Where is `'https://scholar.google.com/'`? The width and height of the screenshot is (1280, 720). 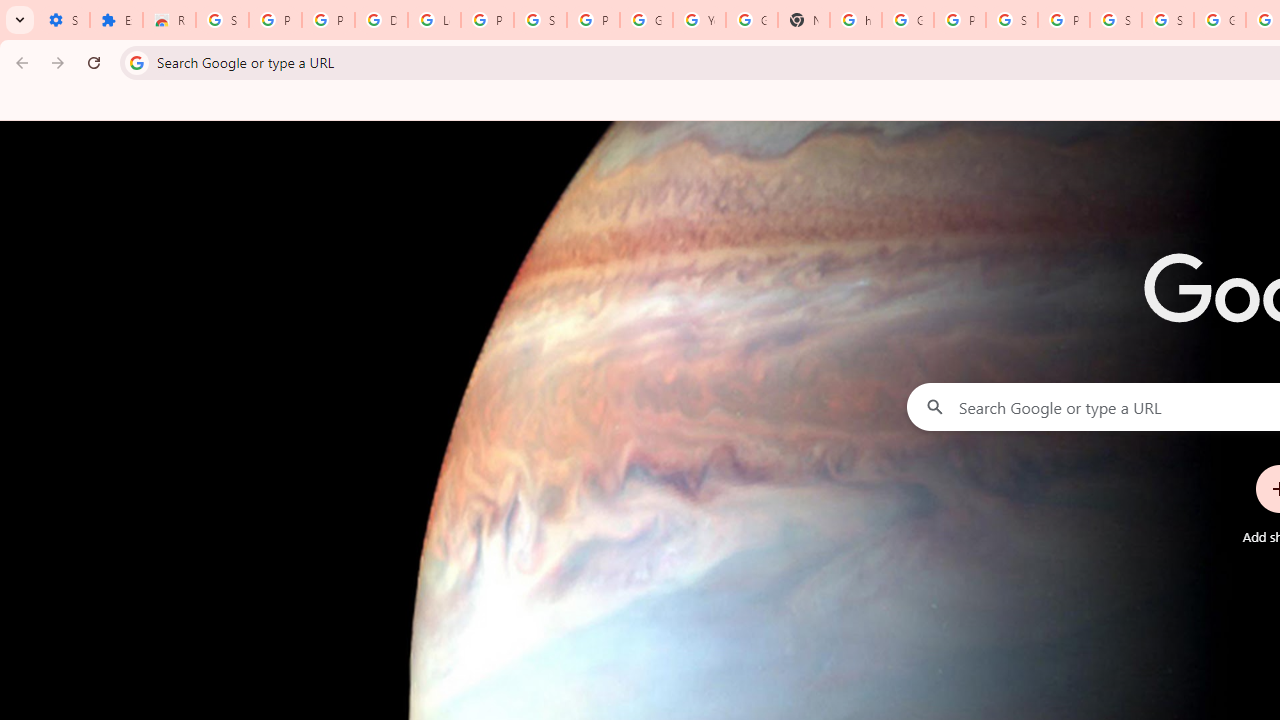 'https://scholar.google.com/' is located at coordinates (855, 20).